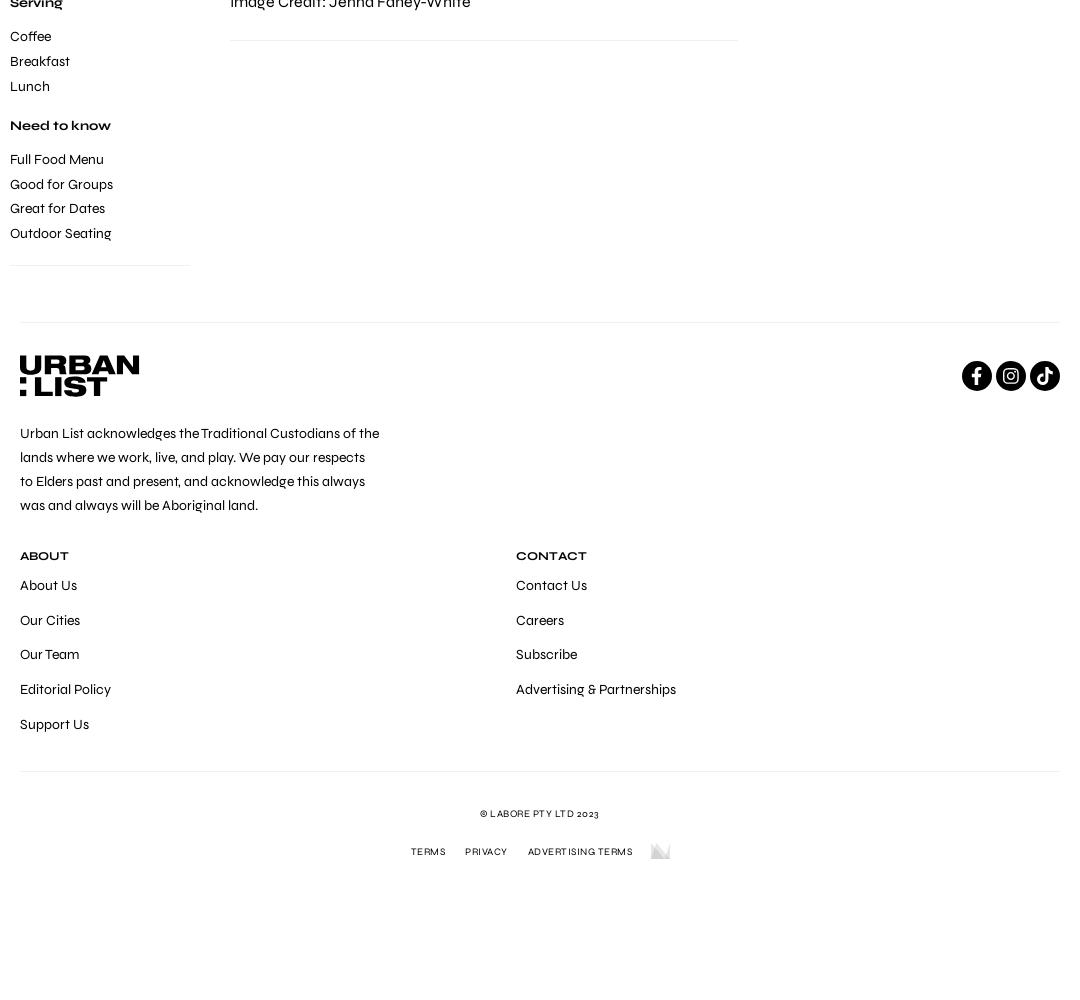  What do you see at coordinates (64, 688) in the screenshot?
I see `'Editorial Policy'` at bounding box center [64, 688].